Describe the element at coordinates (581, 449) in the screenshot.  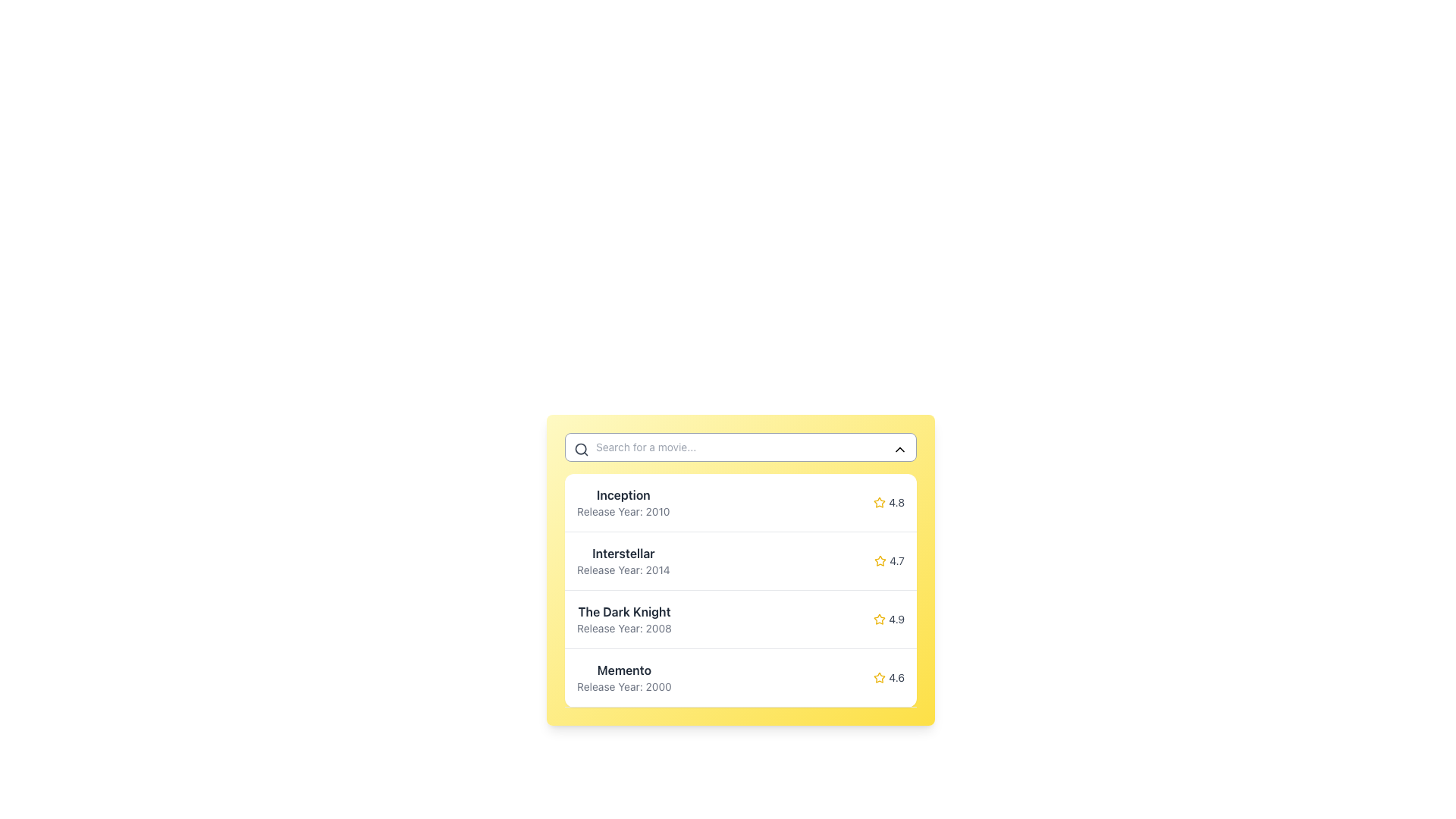
I see `the search icon located at the far left inside the search bar` at that location.